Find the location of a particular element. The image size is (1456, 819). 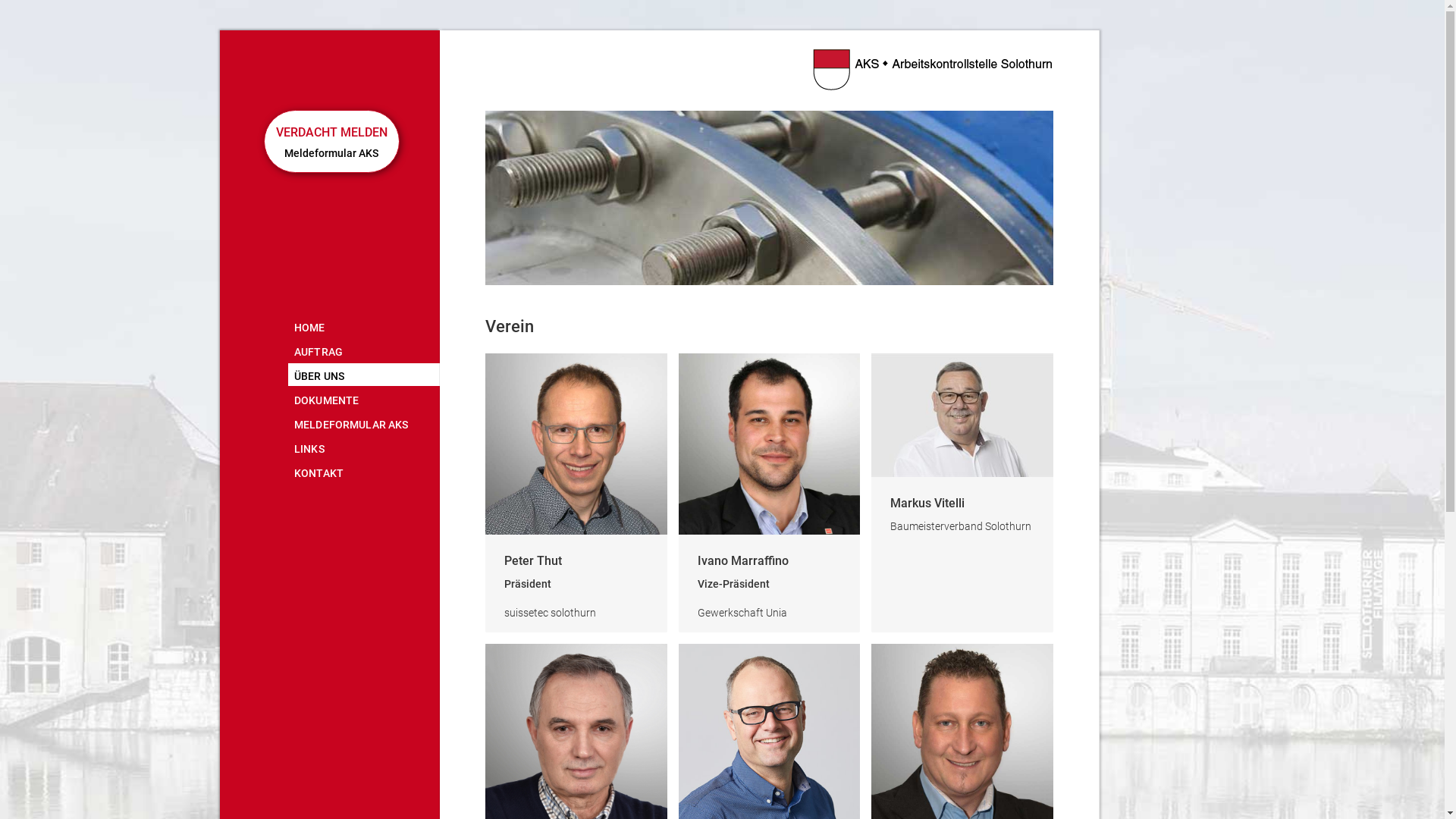

'HOME' is located at coordinates (287, 325).